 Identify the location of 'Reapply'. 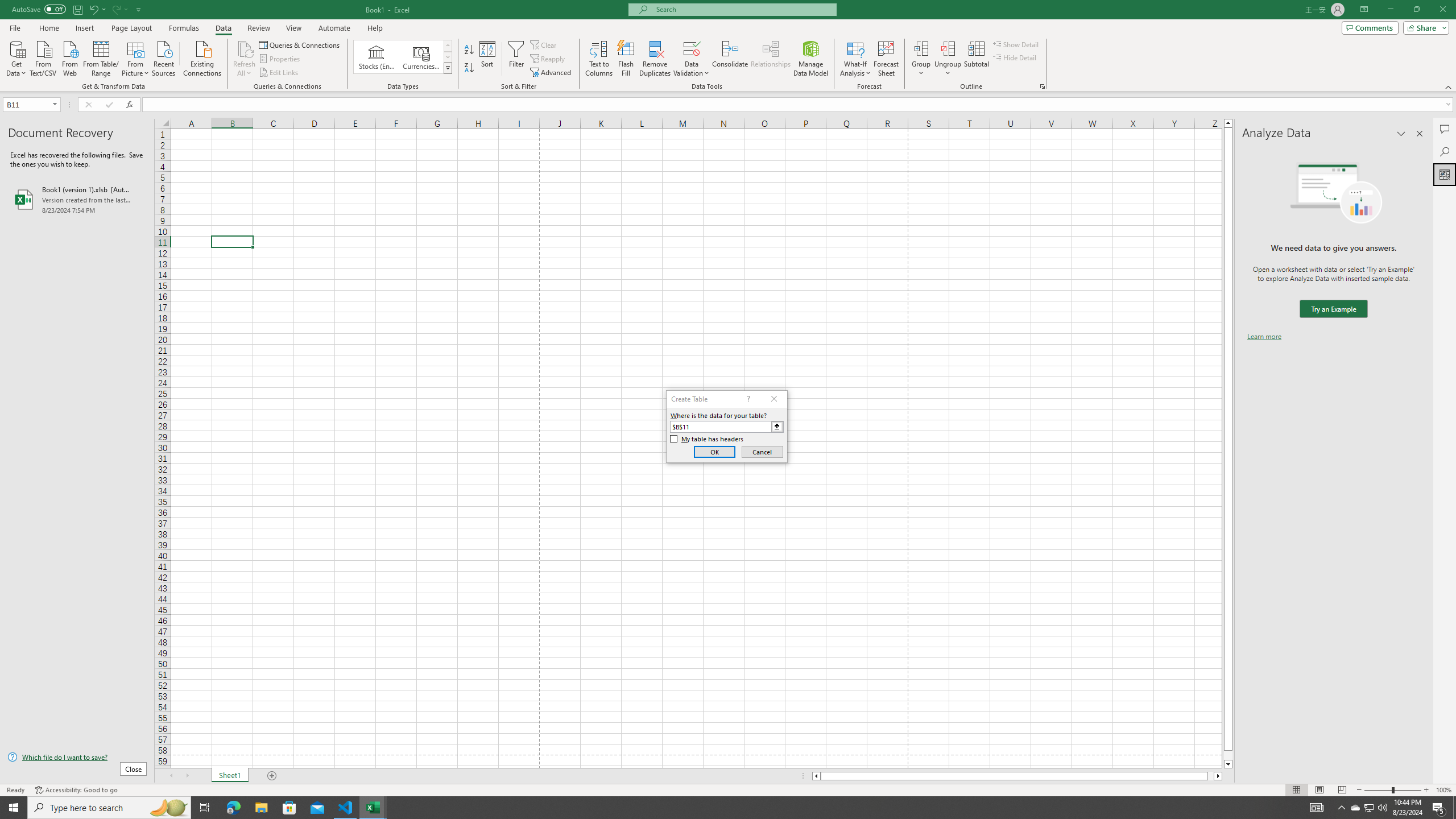
(549, 59).